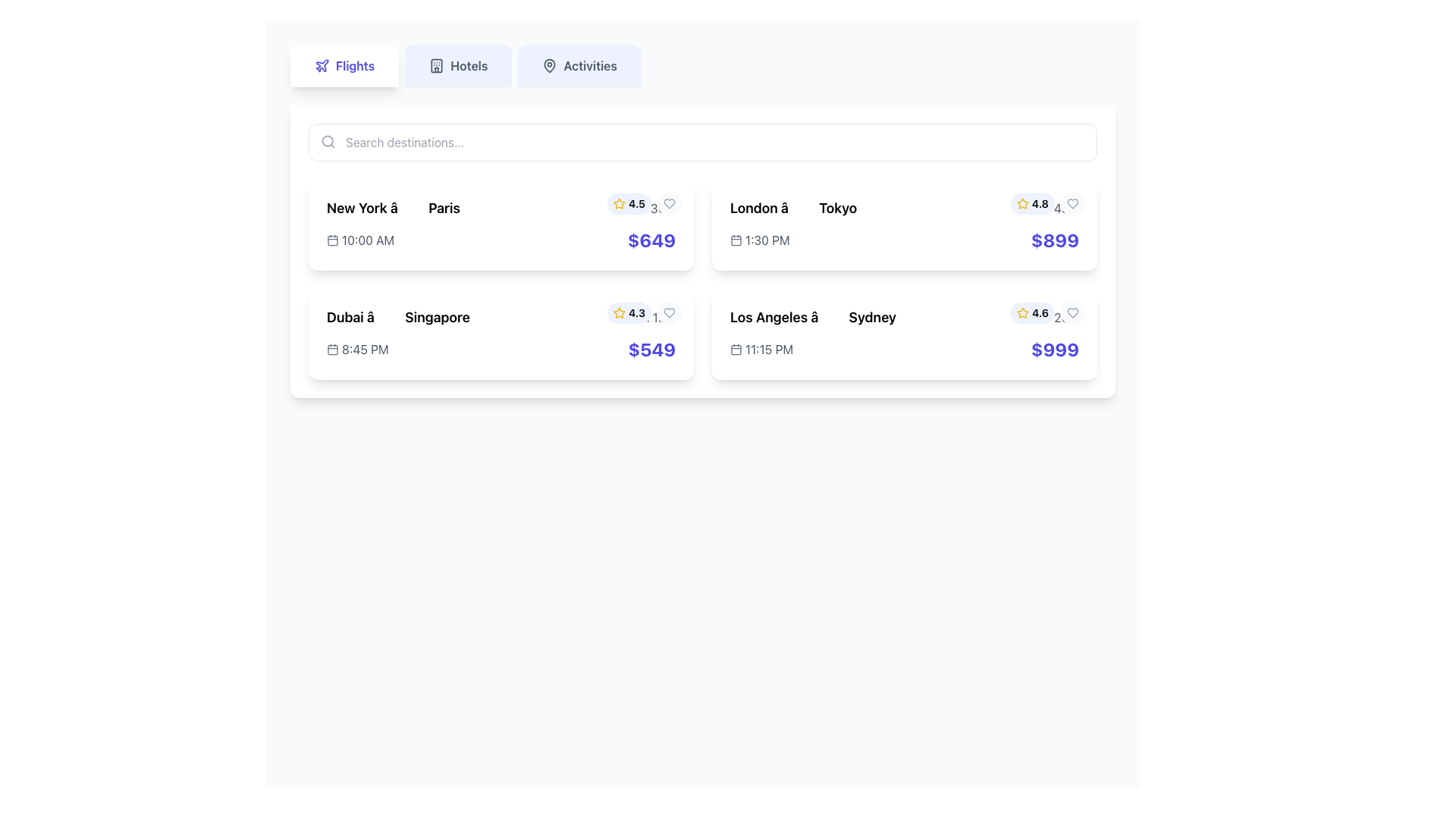  I want to click on the map pin icon located in the 'Activities' tab of the navigation bar, so click(549, 65).